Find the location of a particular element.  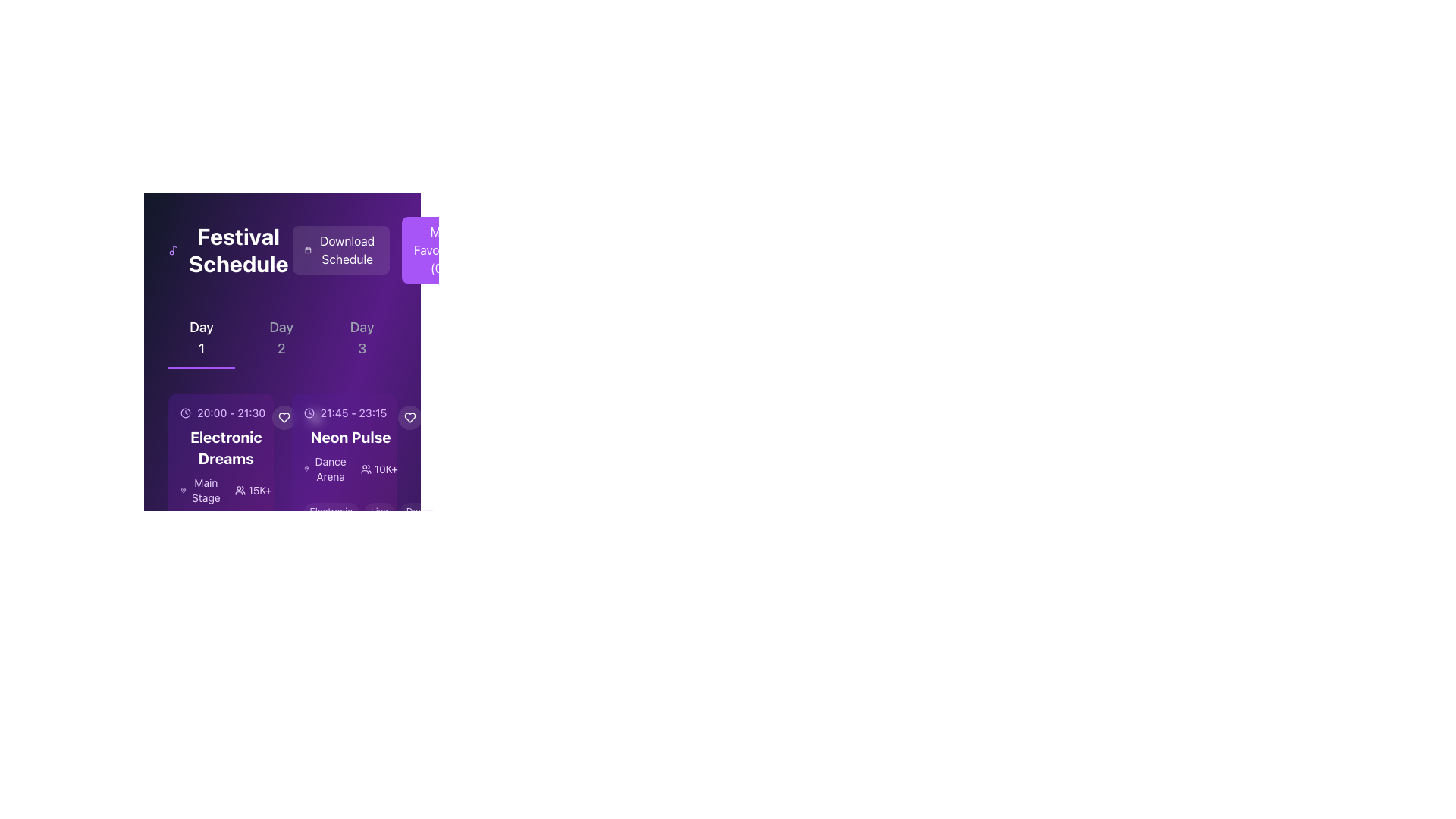

the second informational card under 'Day 1' in the 'Festival Schedule' section is located at coordinates (350, 444).